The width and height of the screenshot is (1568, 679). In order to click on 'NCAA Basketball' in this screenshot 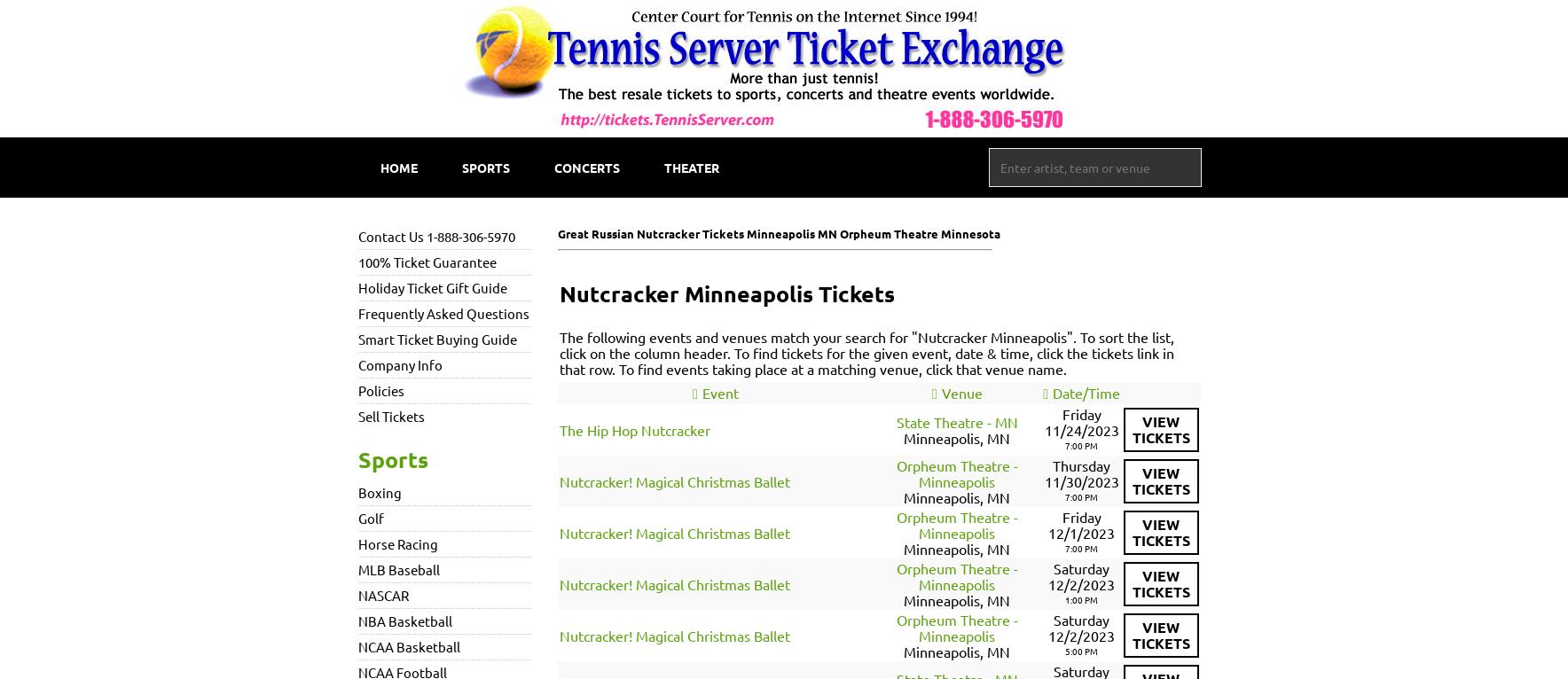, I will do `click(408, 646)`.